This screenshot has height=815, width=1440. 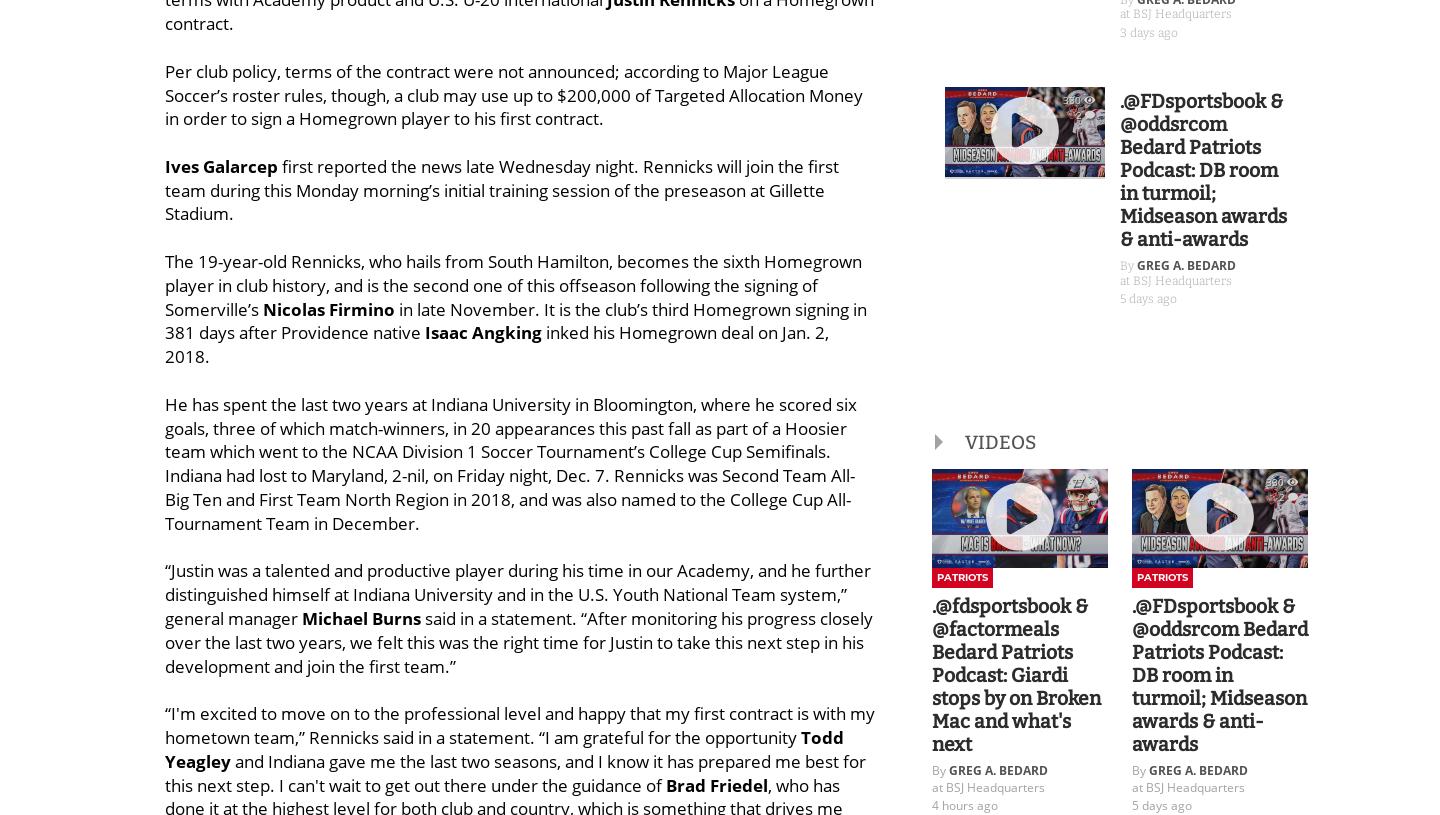 I want to click on 'VIDEOS', so click(x=999, y=442).